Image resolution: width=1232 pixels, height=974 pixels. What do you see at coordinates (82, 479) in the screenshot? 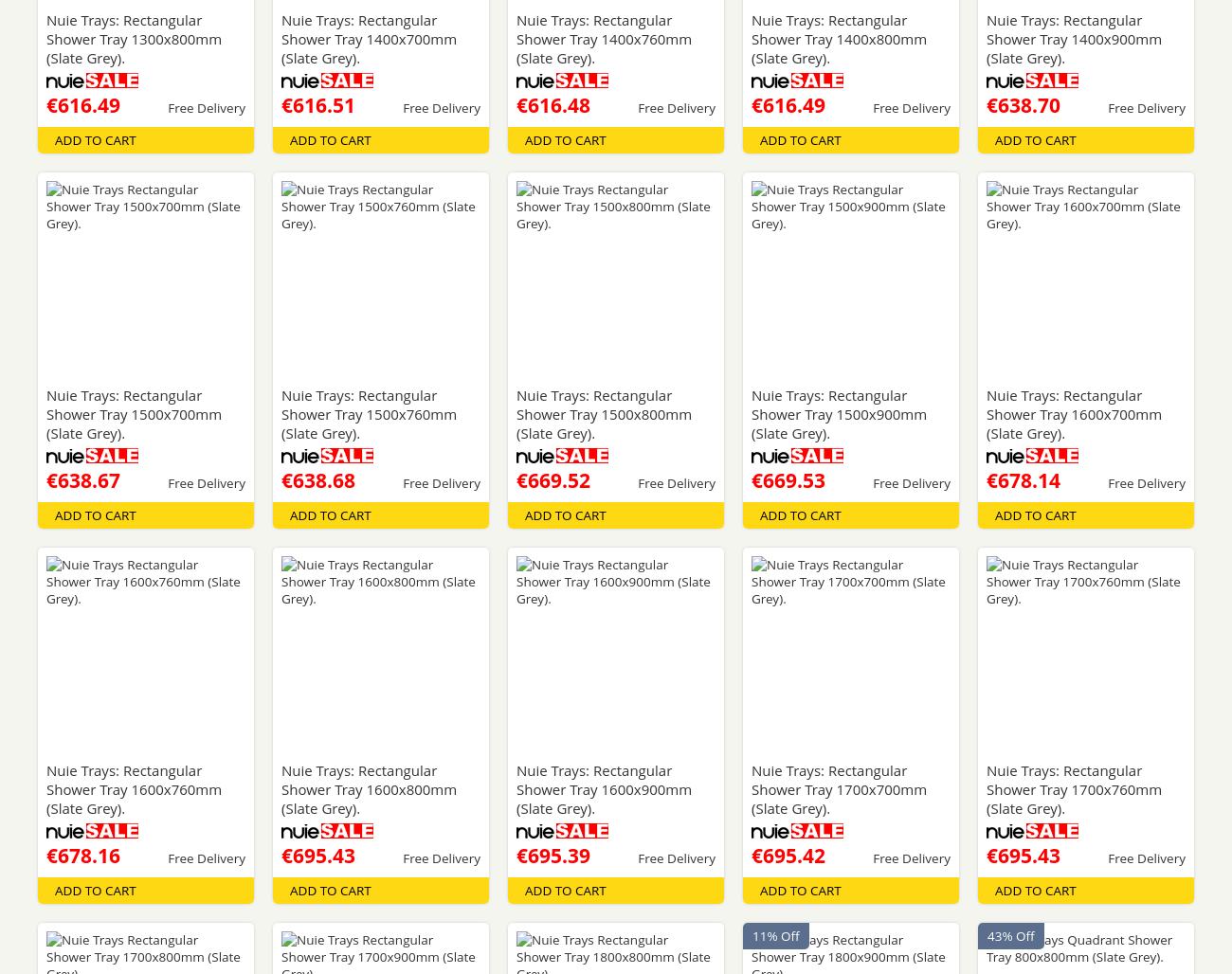
I see `'€638.67'` at bounding box center [82, 479].